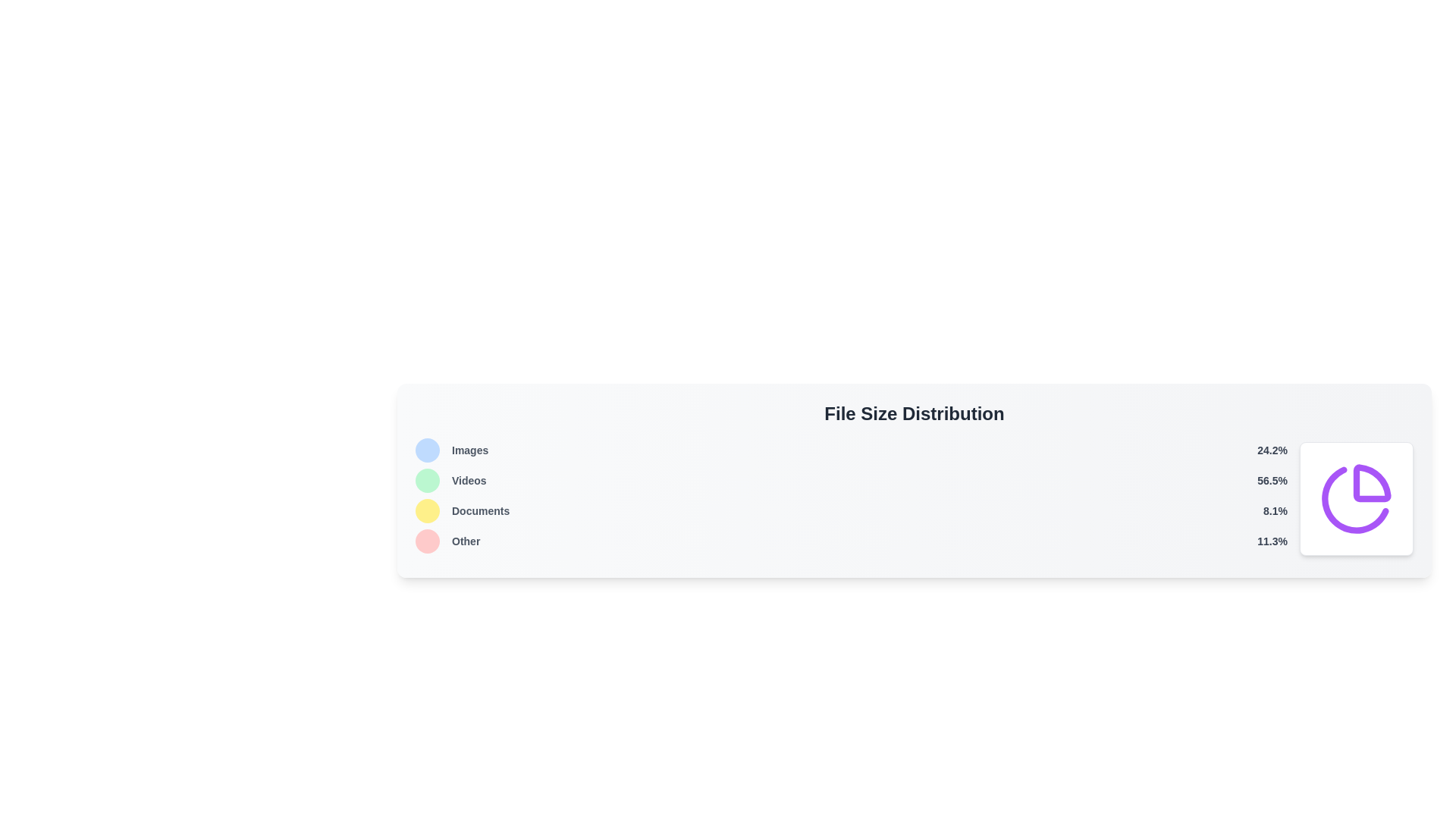 This screenshot has height=819, width=1456. What do you see at coordinates (469, 450) in the screenshot?
I see `text label 'Images' which categorizes data visually and is positioned between a circular icon and the percentage text '24.2%' in the upper-left section of the 'File Size Distribution' panel` at bounding box center [469, 450].